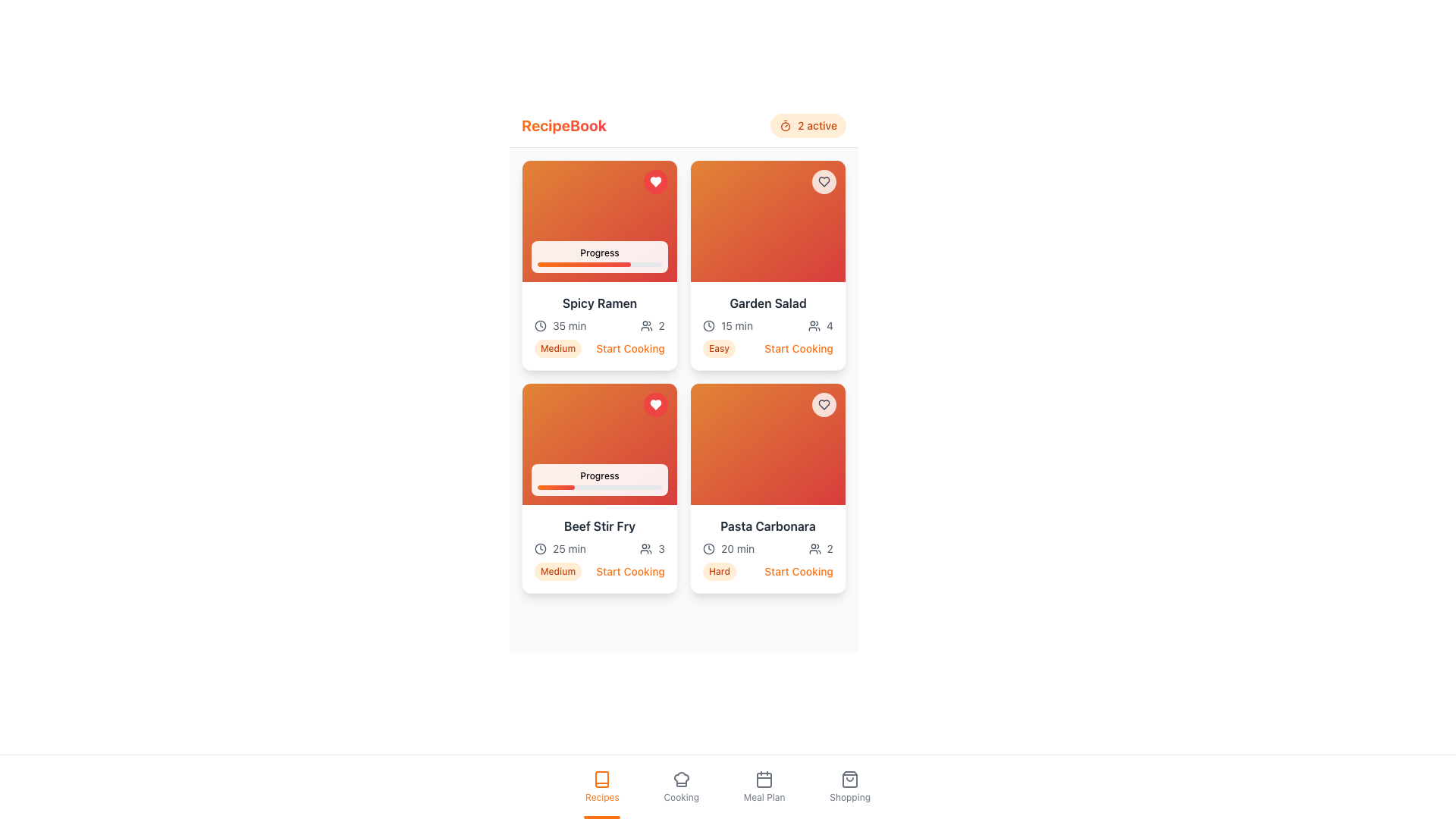  I want to click on the small, rectangular badge labeled 'Hard' with bold orange text, located at the bottom-left of the 'Pasta Carbonara' card, directly to the left of the 'Start Cooking' text link, so click(719, 571).